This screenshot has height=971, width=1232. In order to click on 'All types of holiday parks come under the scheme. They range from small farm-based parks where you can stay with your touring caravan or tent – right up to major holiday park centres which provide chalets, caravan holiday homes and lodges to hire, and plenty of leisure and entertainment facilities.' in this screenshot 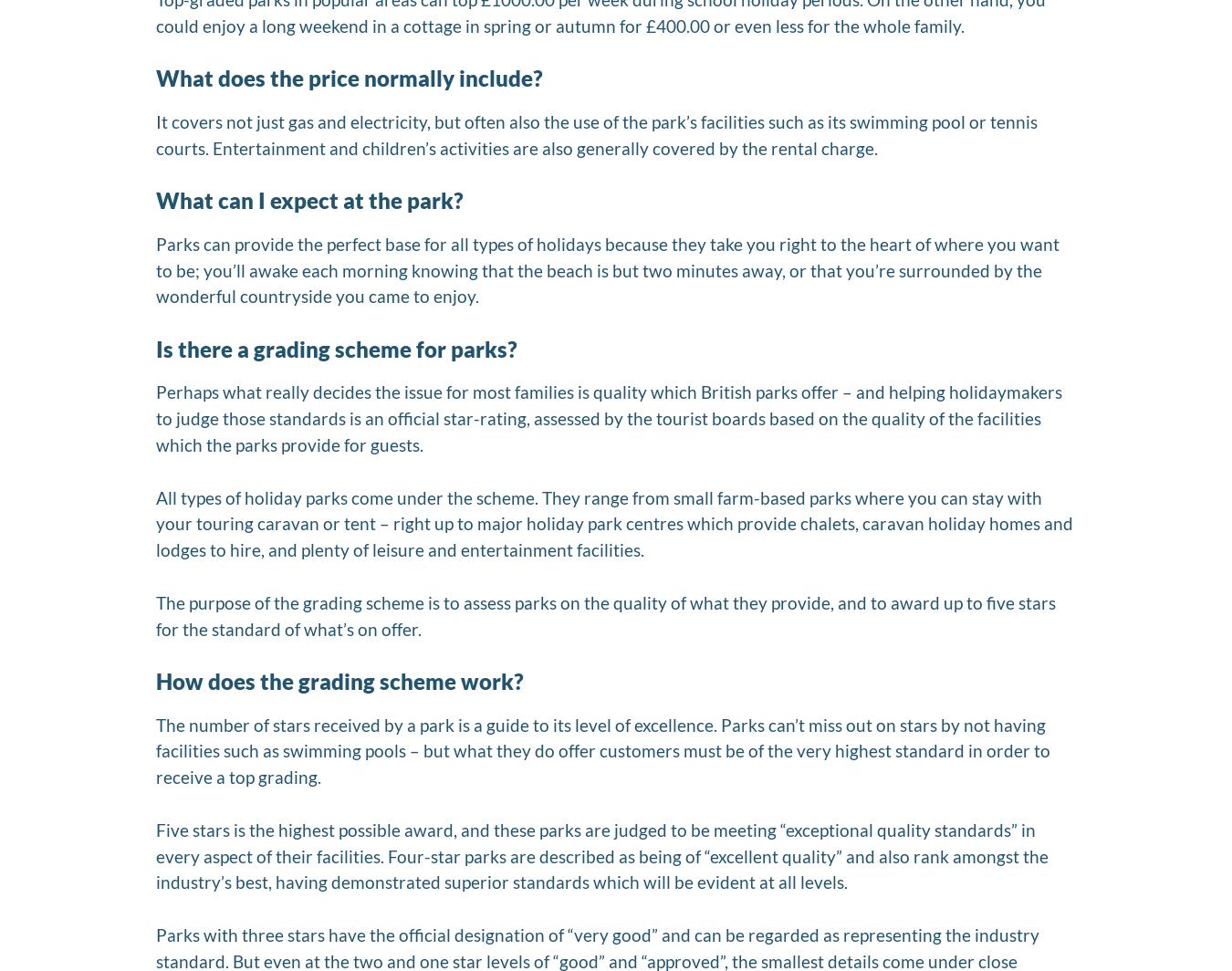, I will do `click(614, 523)`.